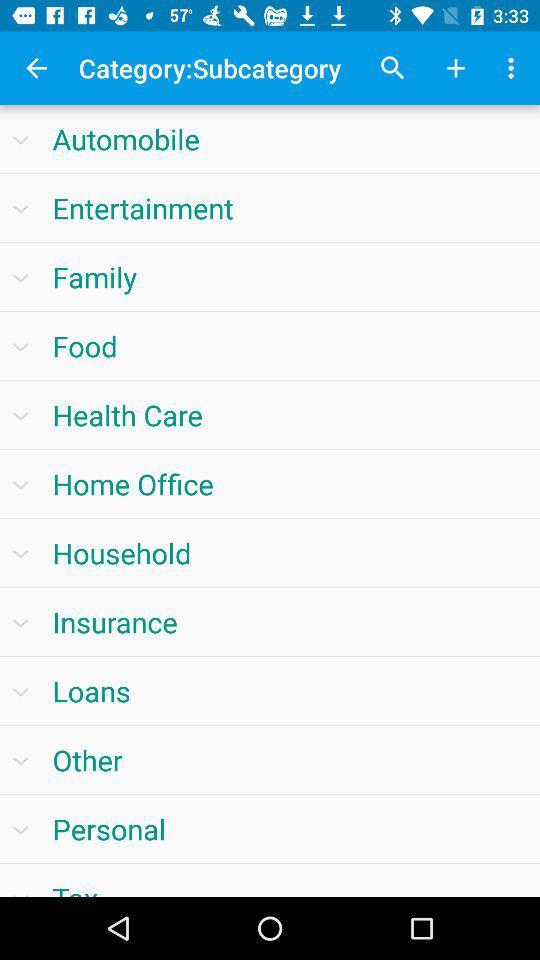 This screenshot has width=540, height=960. I want to click on the app to the right of the category:subcategory item, so click(393, 68).